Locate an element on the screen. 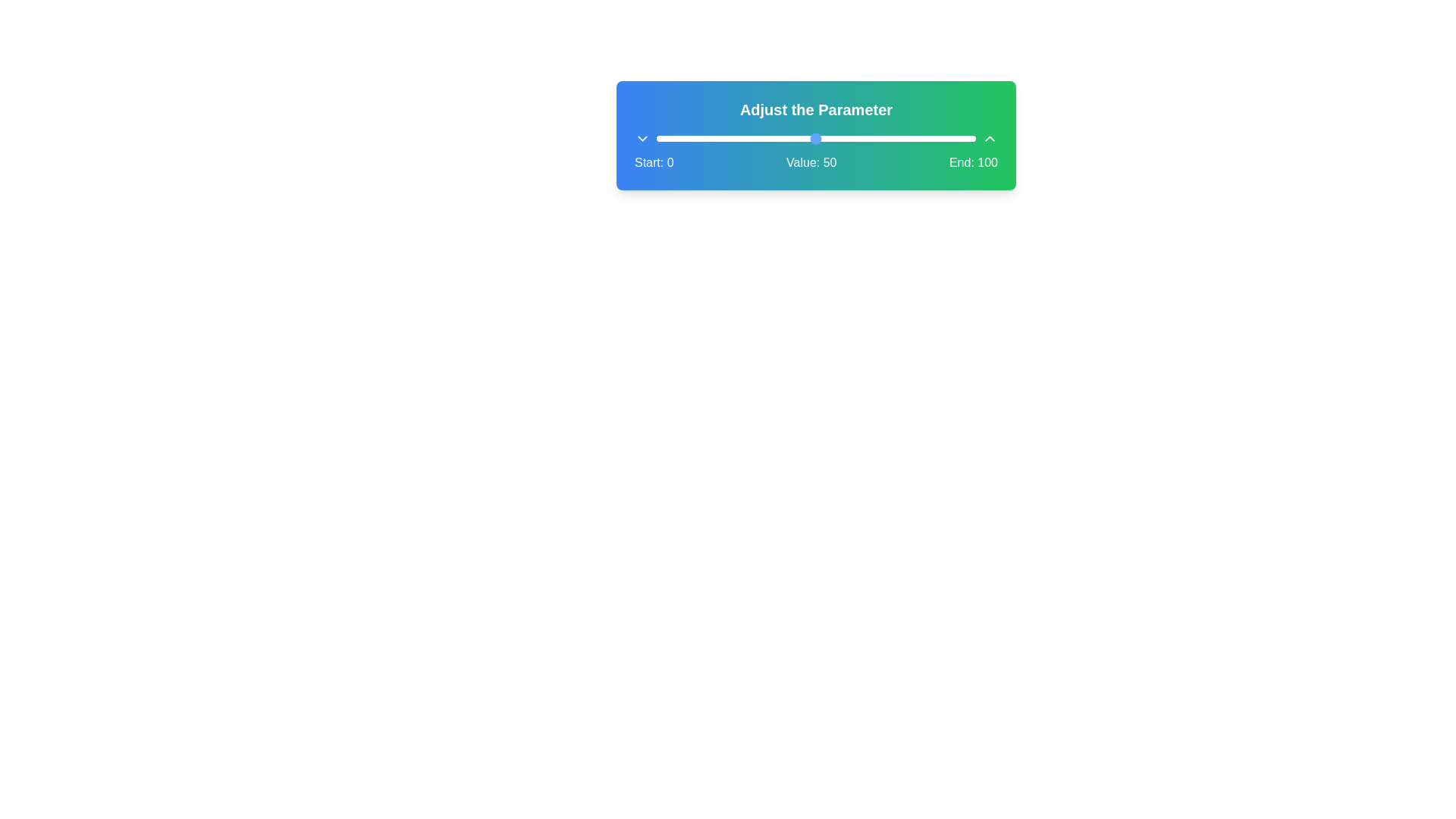 This screenshot has height=819, width=1456. the parameter is located at coordinates (739, 138).